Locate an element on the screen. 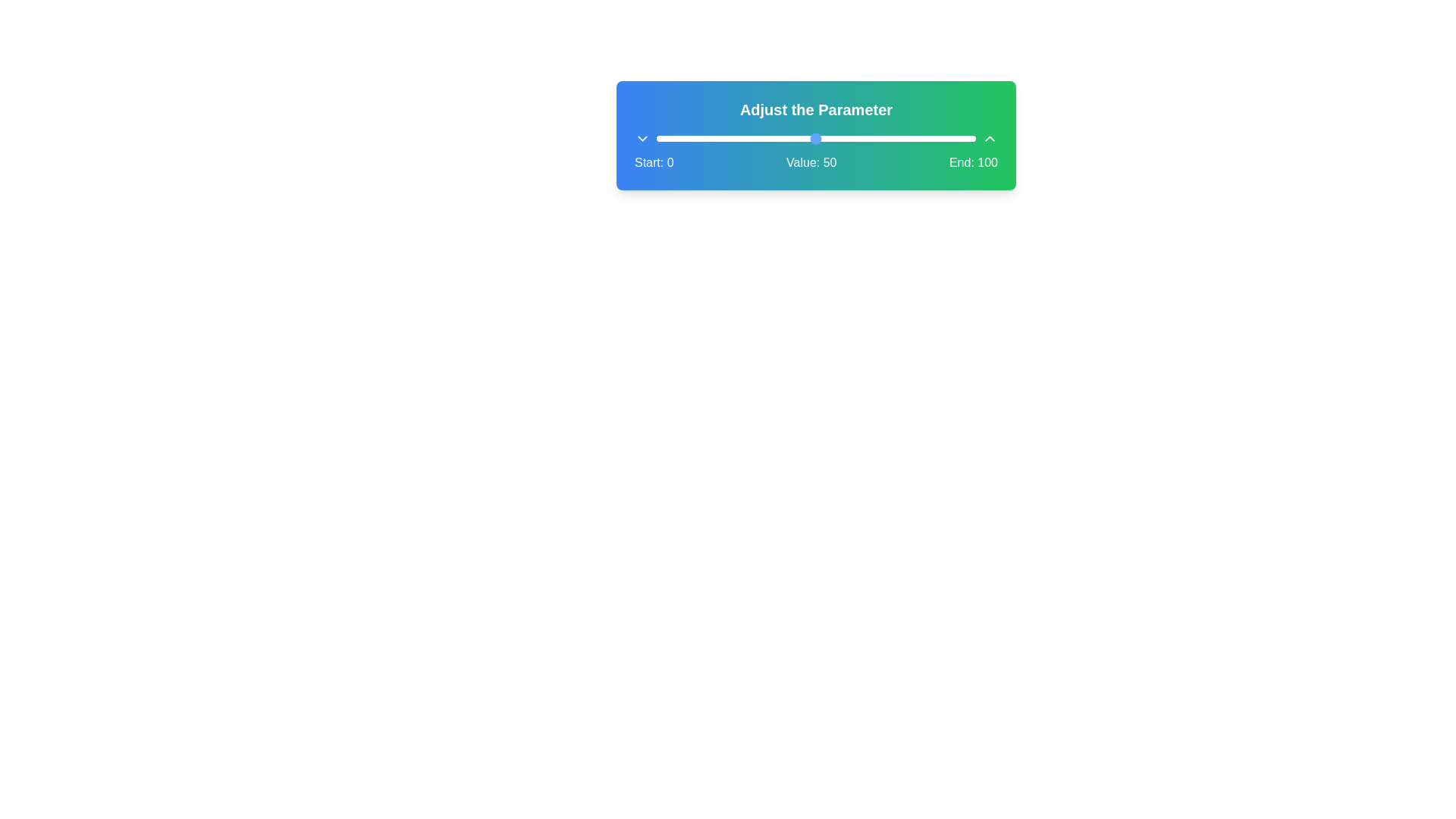 This screenshot has height=819, width=1456. the parameter is located at coordinates (739, 138).